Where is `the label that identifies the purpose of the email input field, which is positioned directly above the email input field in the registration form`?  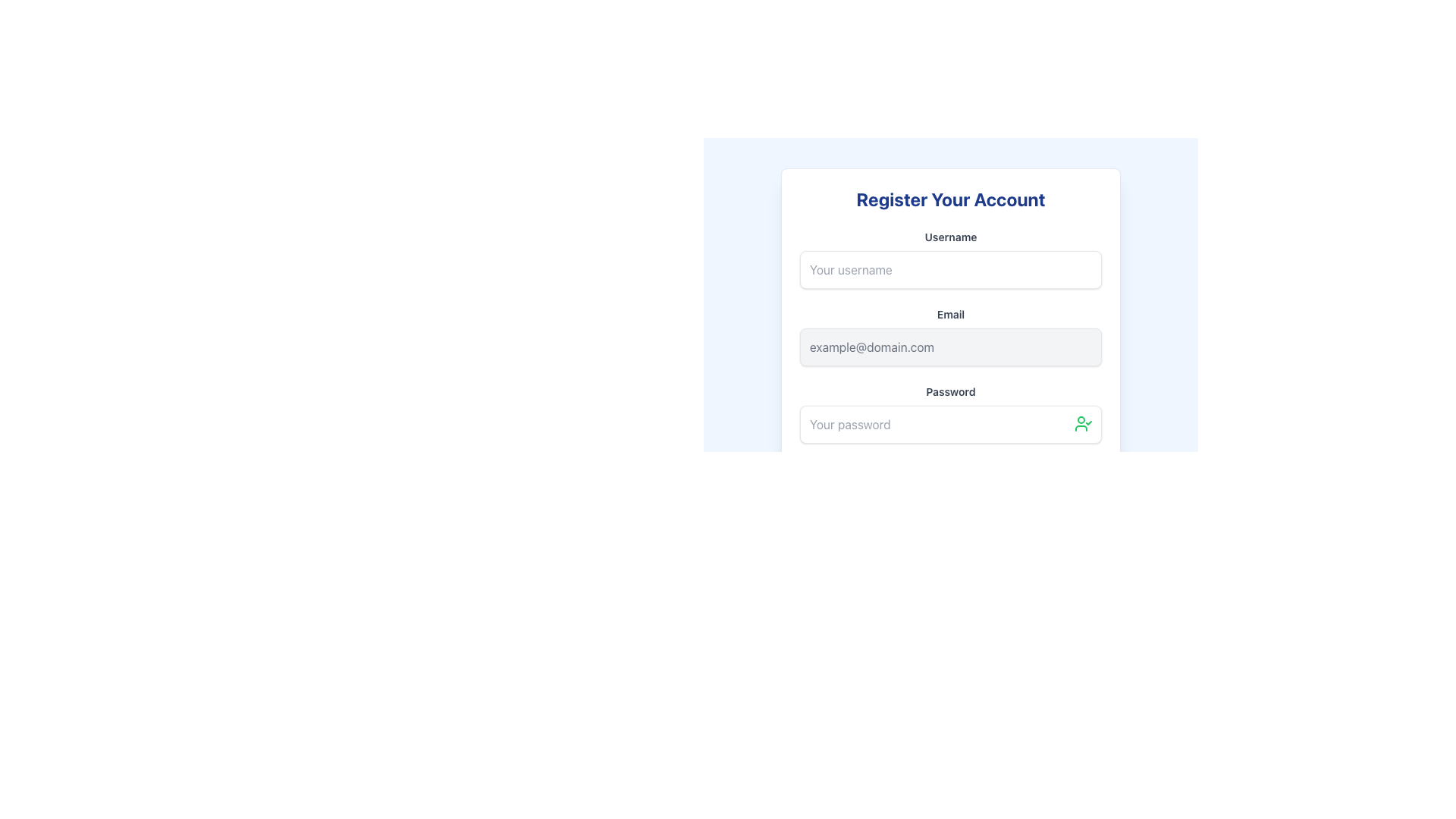
the label that identifies the purpose of the email input field, which is positioned directly above the email input field in the registration form is located at coordinates (949, 314).